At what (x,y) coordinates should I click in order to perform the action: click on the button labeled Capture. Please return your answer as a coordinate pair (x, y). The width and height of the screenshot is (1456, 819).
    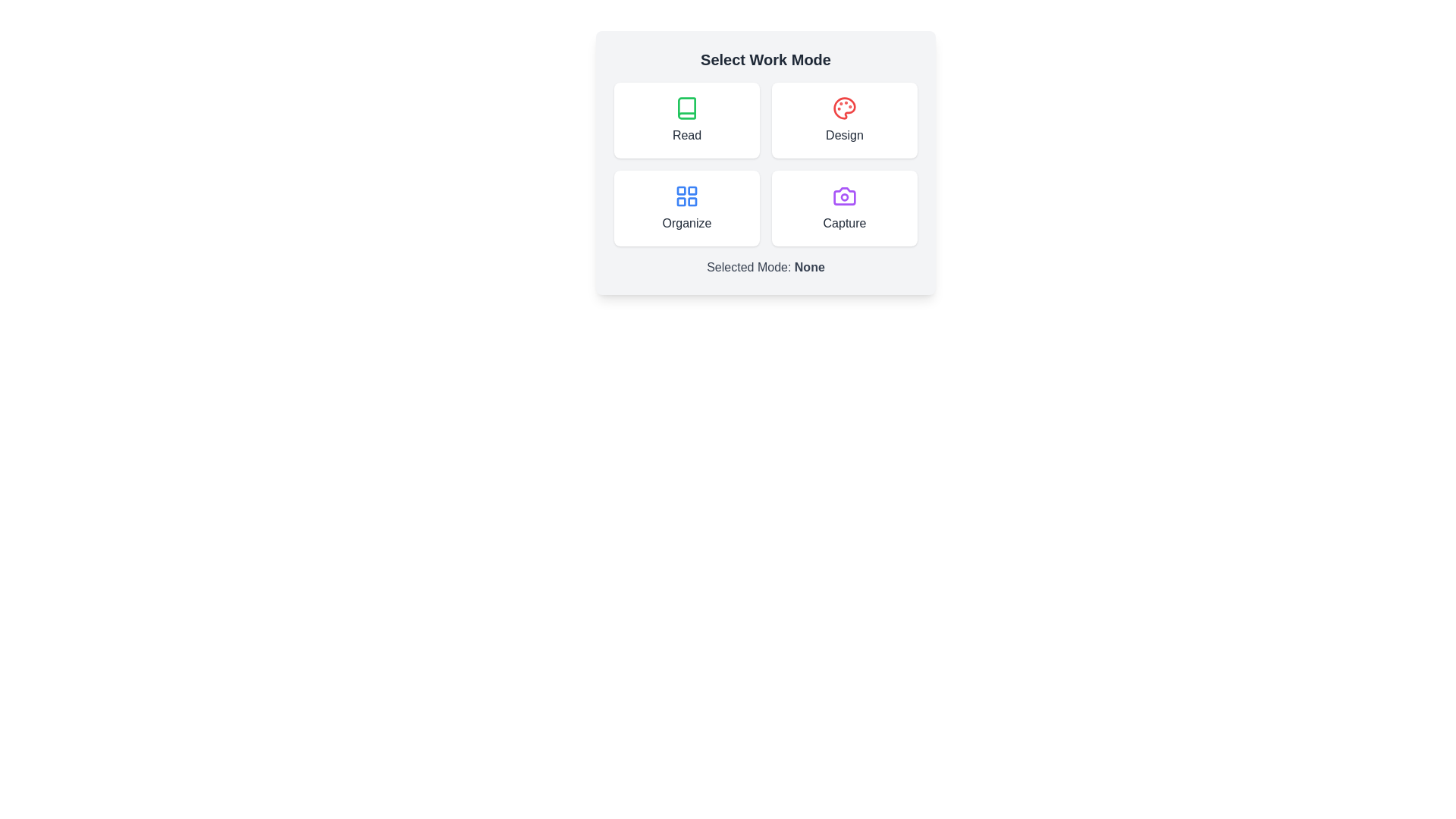
    Looking at the image, I should click on (843, 208).